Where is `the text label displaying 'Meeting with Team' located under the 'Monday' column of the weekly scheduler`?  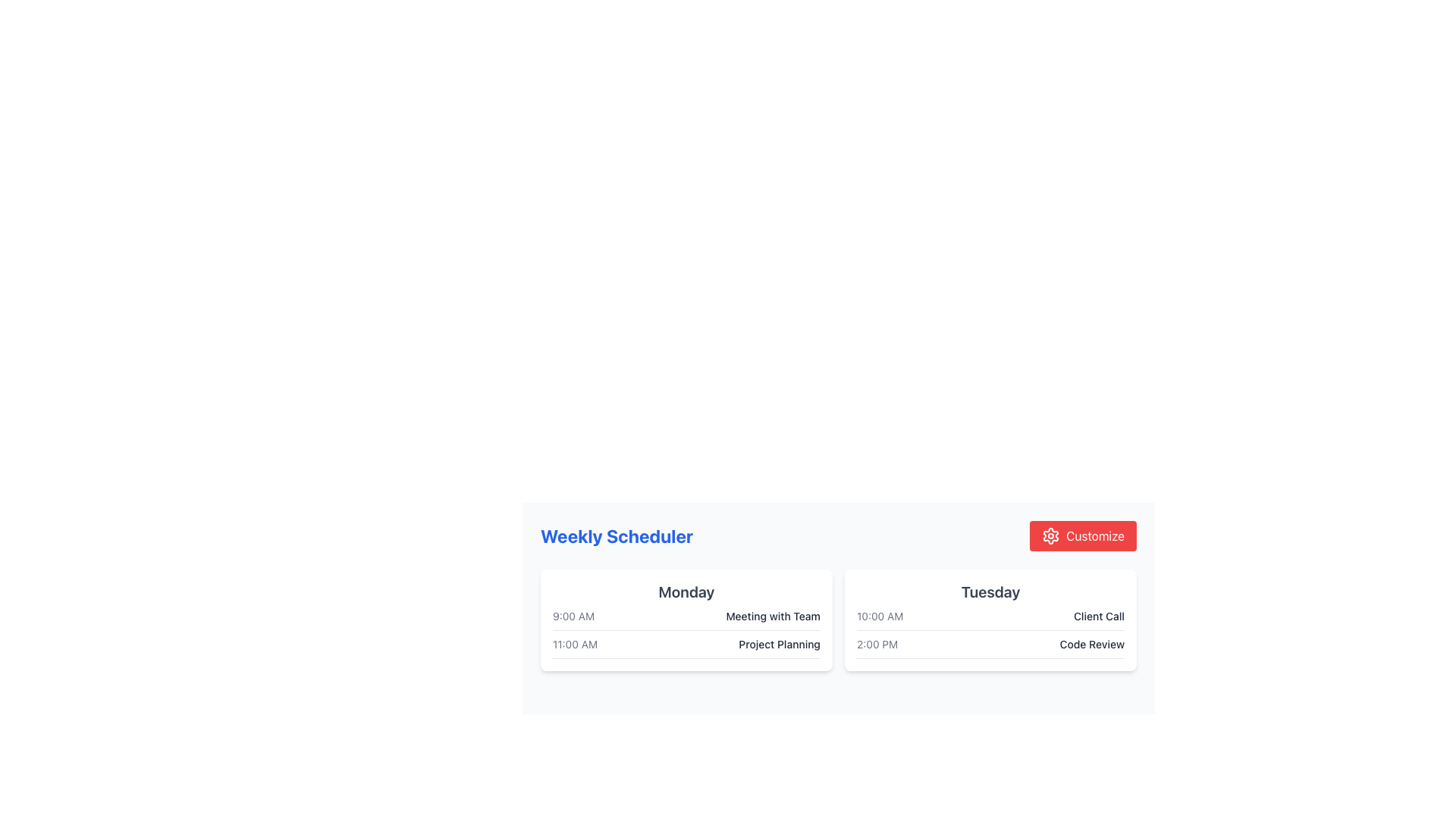
the text label displaying 'Meeting with Team' located under the 'Monday' column of the weekly scheduler is located at coordinates (773, 617).